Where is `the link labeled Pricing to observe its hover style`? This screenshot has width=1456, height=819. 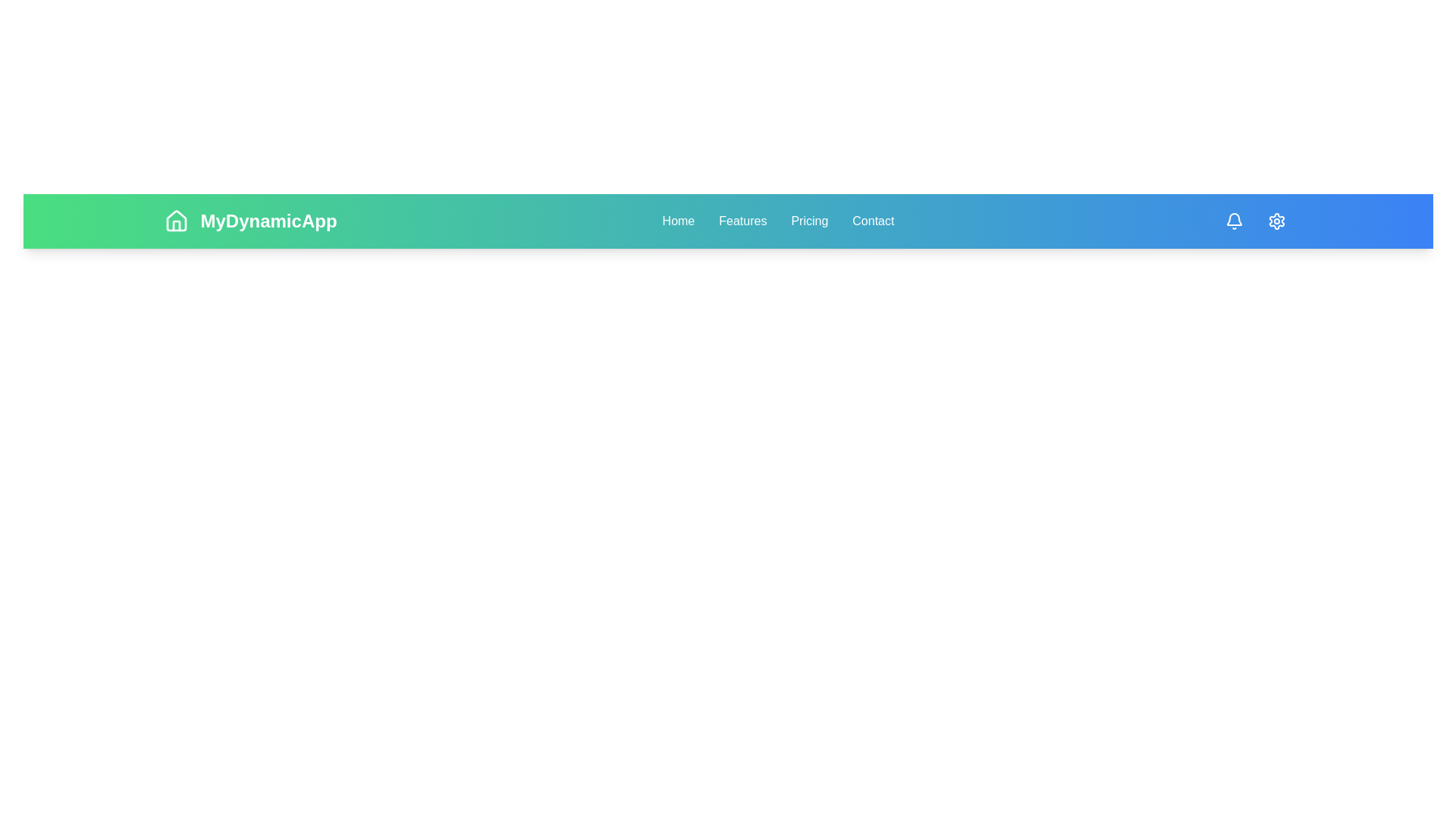
the link labeled Pricing to observe its hover style is located at coordinates (808, 221).